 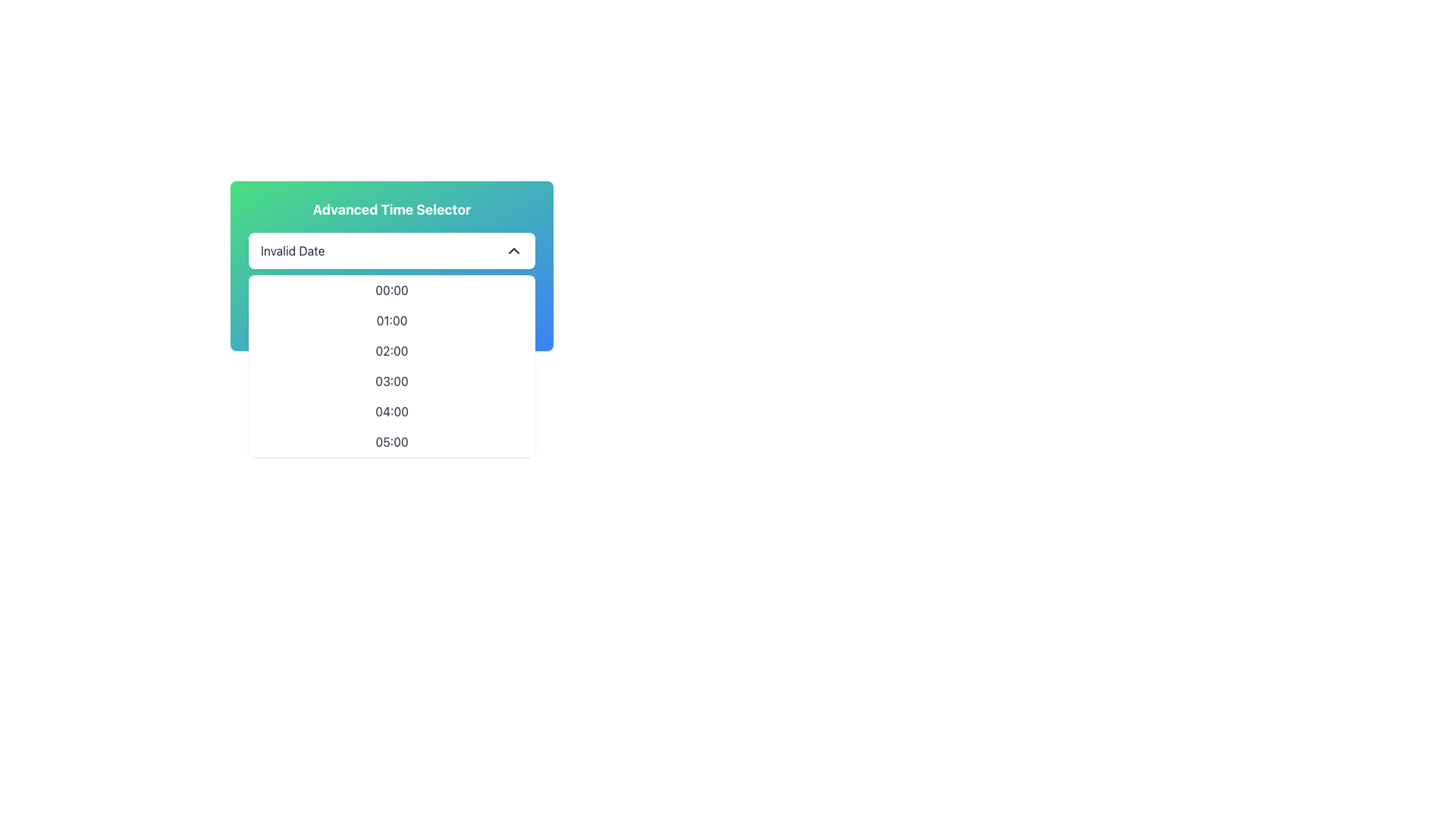 What do you see at coordinates (392, 335) in the screenshot?
I see `the time option in the dropdown menu located beneath the 'Invalid Date' input field in the 'Advanced Time Selector' modal dialog` at bounding box center [392, 335].